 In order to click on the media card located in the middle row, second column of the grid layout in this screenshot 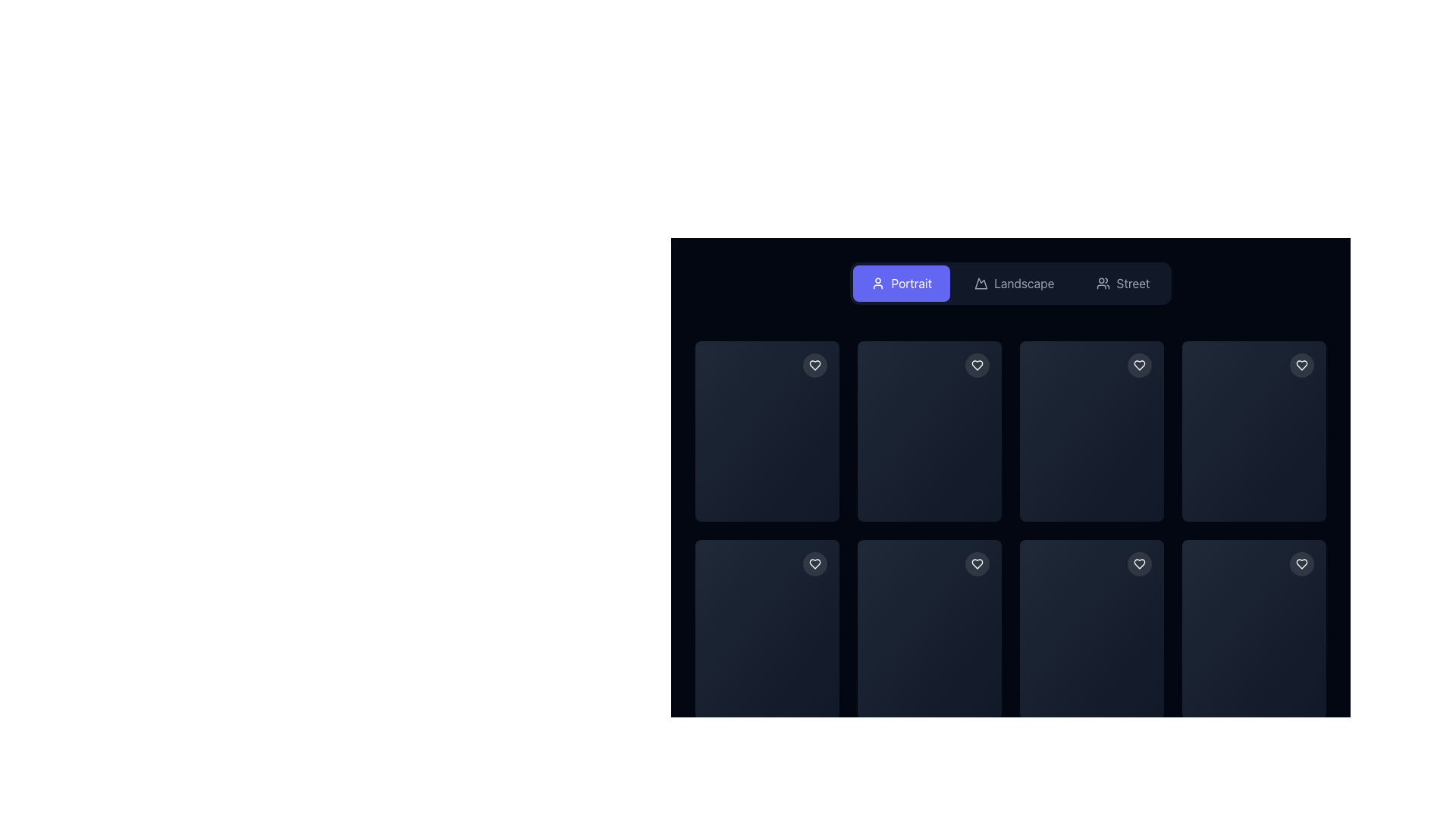, I will do `click(928, 485)`.